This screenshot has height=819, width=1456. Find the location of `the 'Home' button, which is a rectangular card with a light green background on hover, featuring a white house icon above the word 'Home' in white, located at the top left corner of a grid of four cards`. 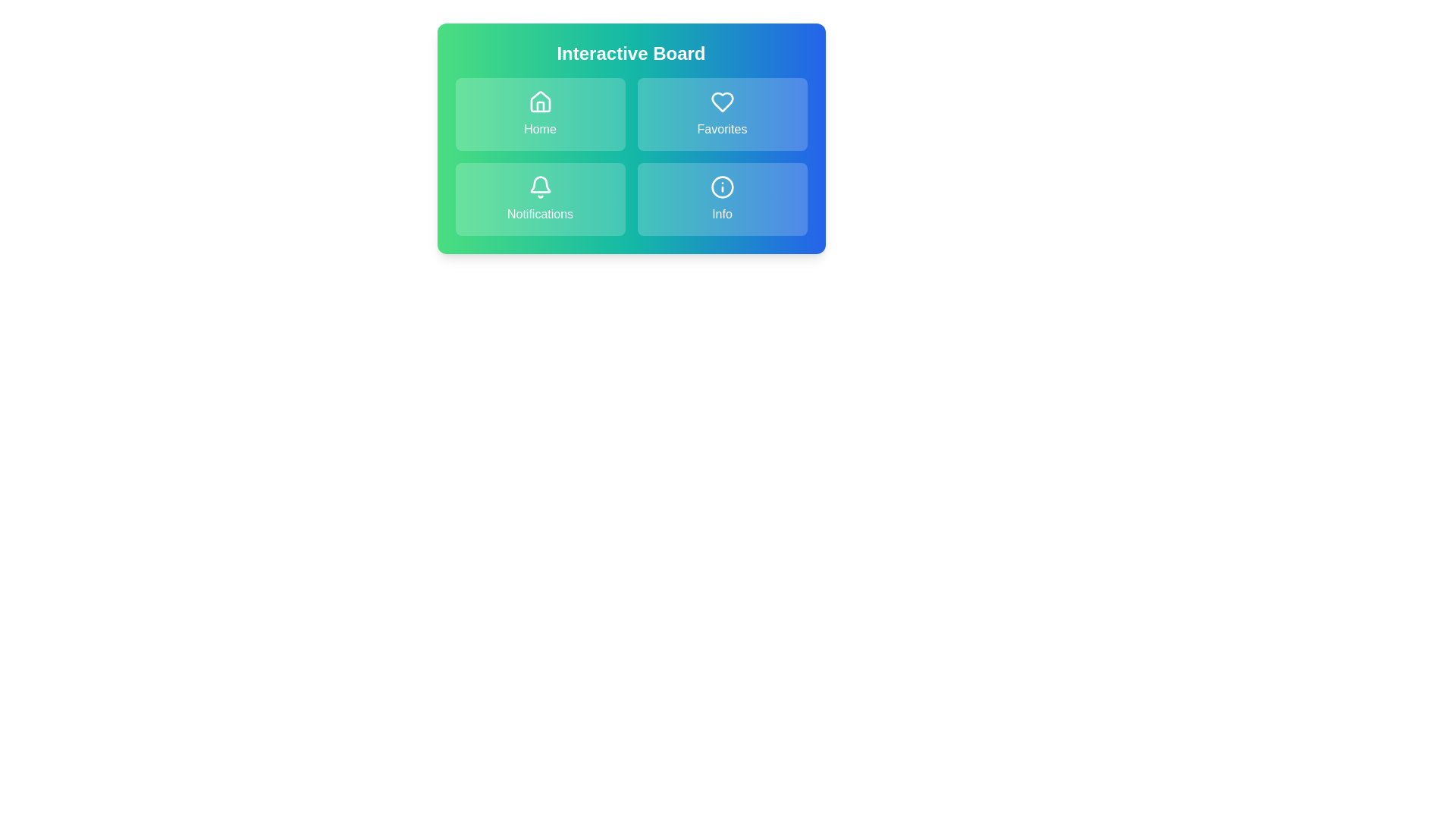

the 'Home' button, which is a rectangular card with a light green background on hover, featuring a white house icon above the word 'Home' in white, located at the top left corner of a grid of four cards is located at coordinates (540, 113).